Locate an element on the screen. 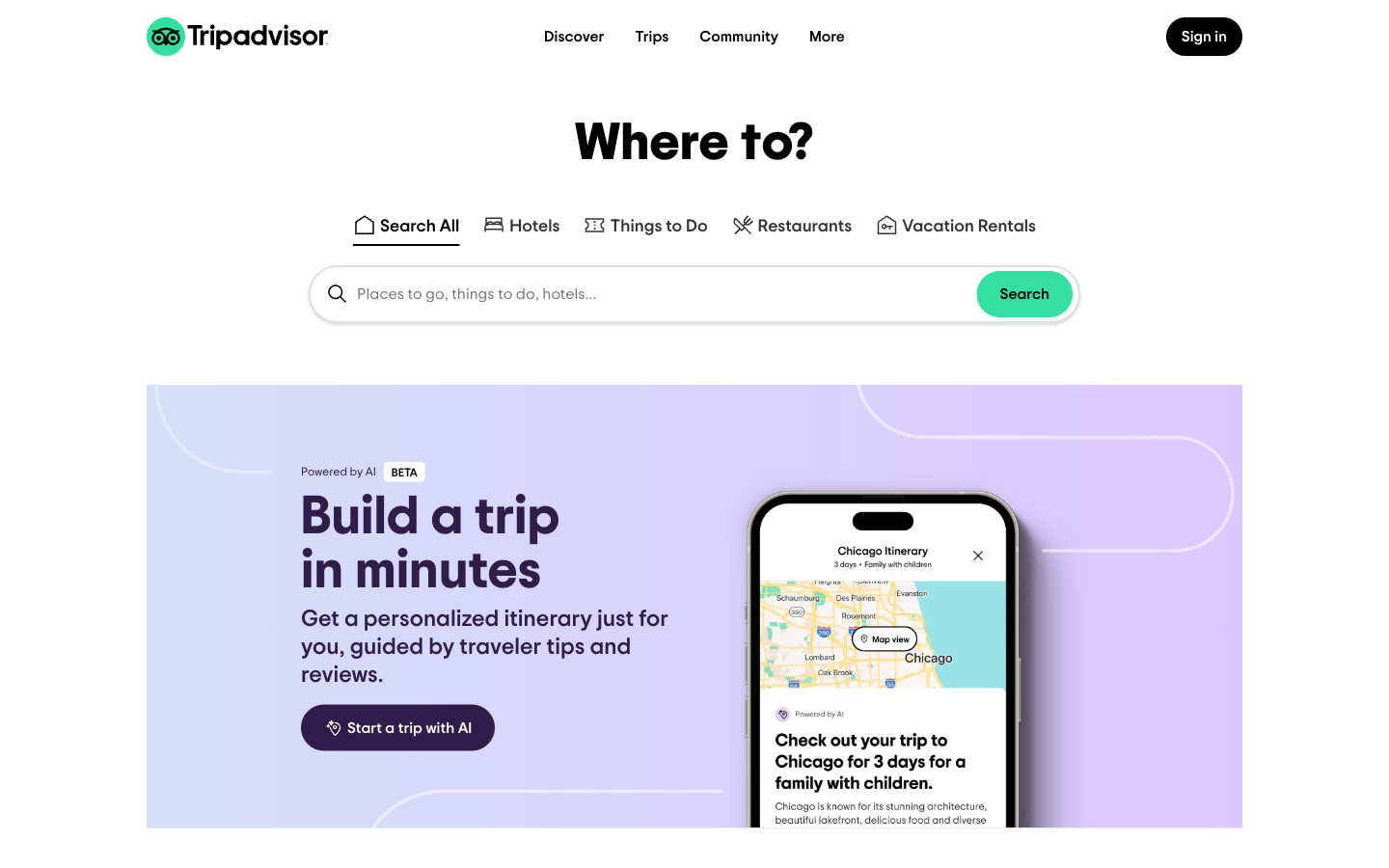  all the Holiday Inn hotels in the software is located at coordinates (520, 217).